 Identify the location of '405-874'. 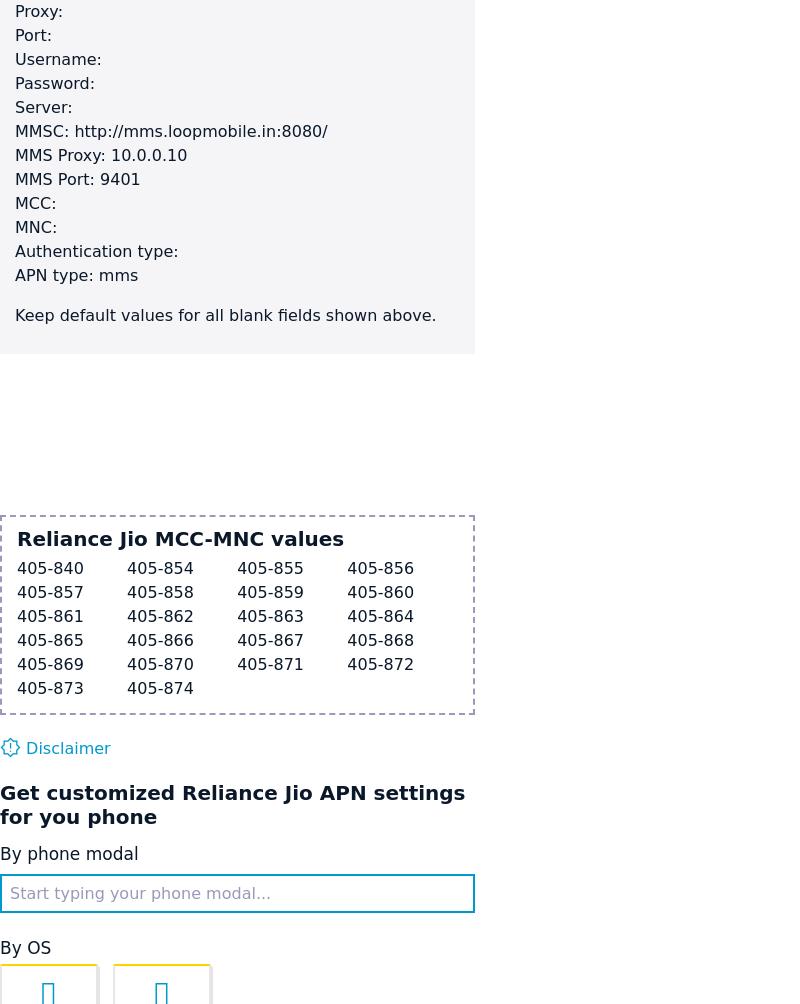
(126, 687).